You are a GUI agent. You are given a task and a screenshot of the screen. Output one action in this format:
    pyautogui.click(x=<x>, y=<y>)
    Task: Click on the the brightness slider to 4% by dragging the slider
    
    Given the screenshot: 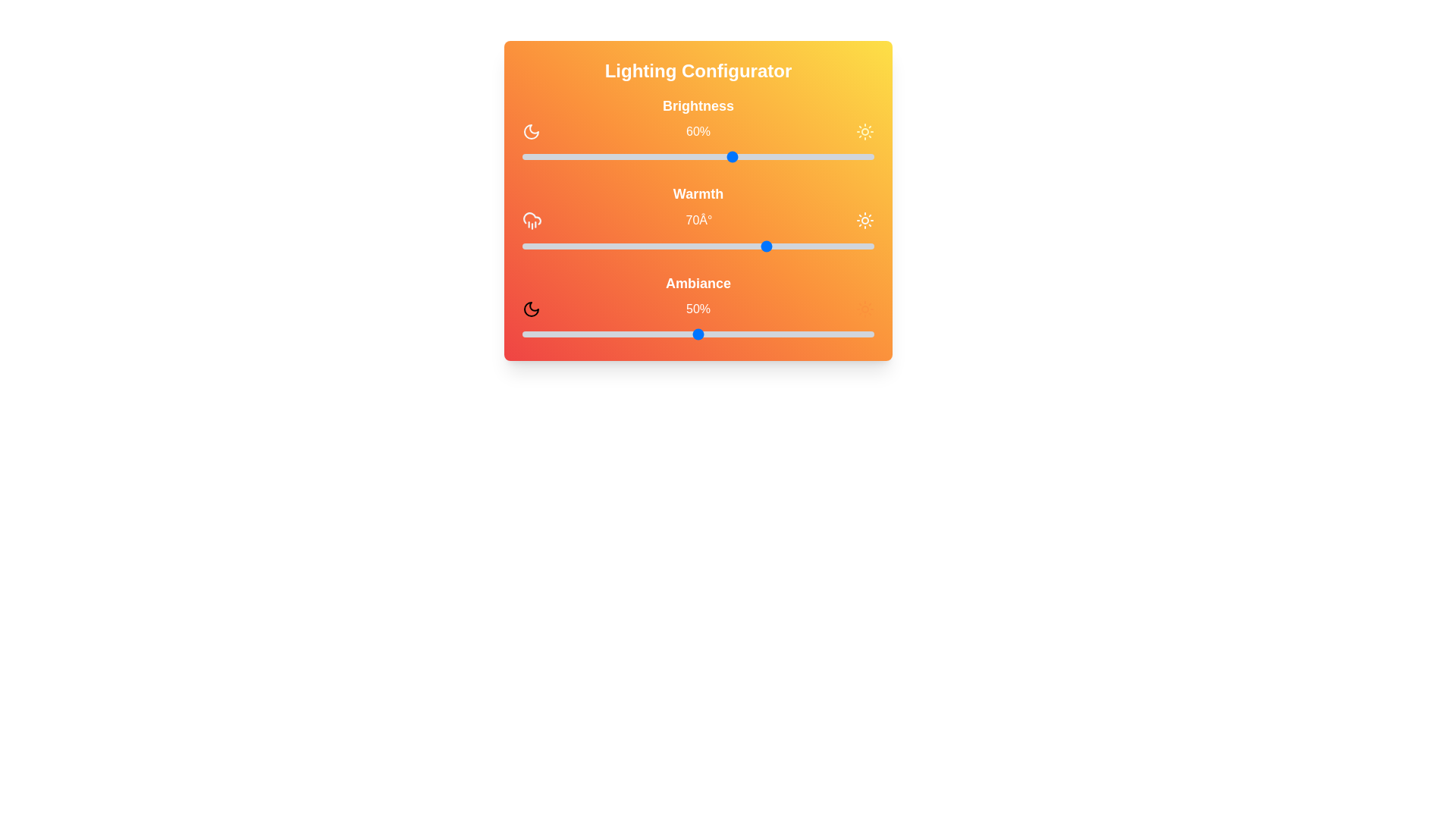 What is the action you would take?
    pyautogui.click(x=536, y=157)
    